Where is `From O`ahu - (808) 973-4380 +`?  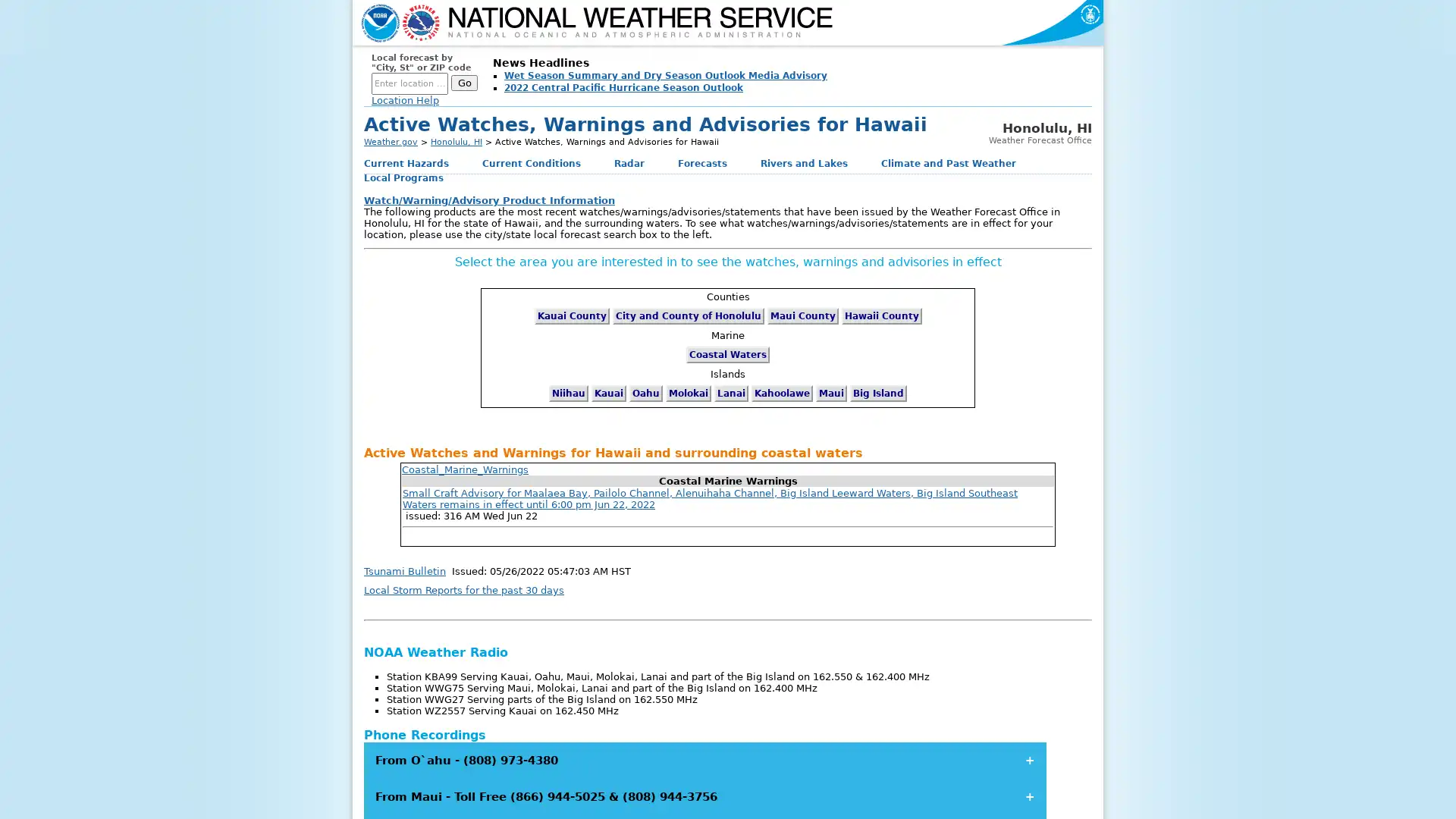
From O`ahu - (808) 973-4380 + is located at coordinates (704, 760).